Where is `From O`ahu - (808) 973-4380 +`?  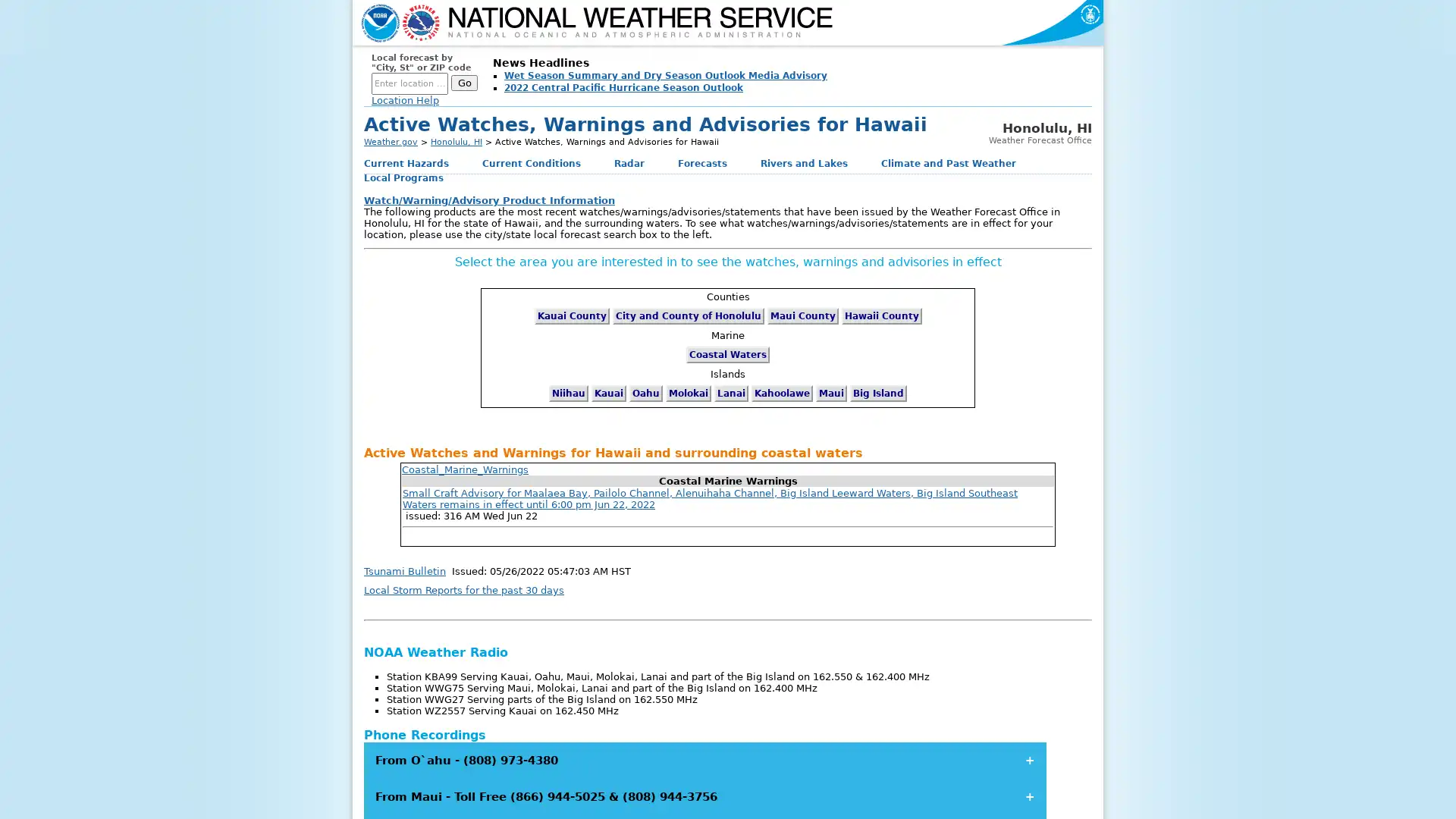
From O`ahu - (808) 973-4380 + is located at coordinates (704, 760).